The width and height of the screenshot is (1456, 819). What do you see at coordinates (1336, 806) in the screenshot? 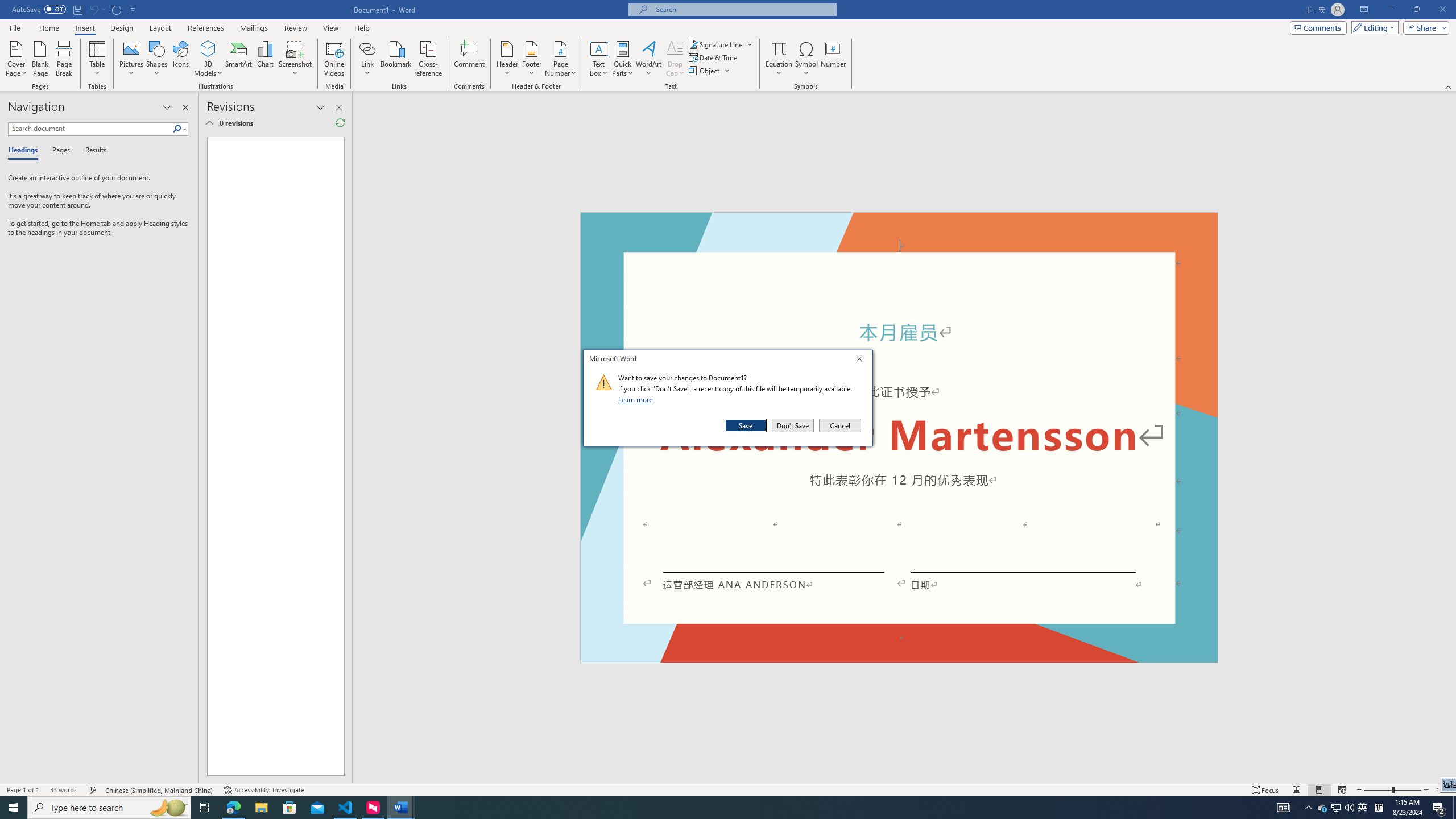
I see `'User Promoted Notification Area'` at bounding box center [1336, 806].